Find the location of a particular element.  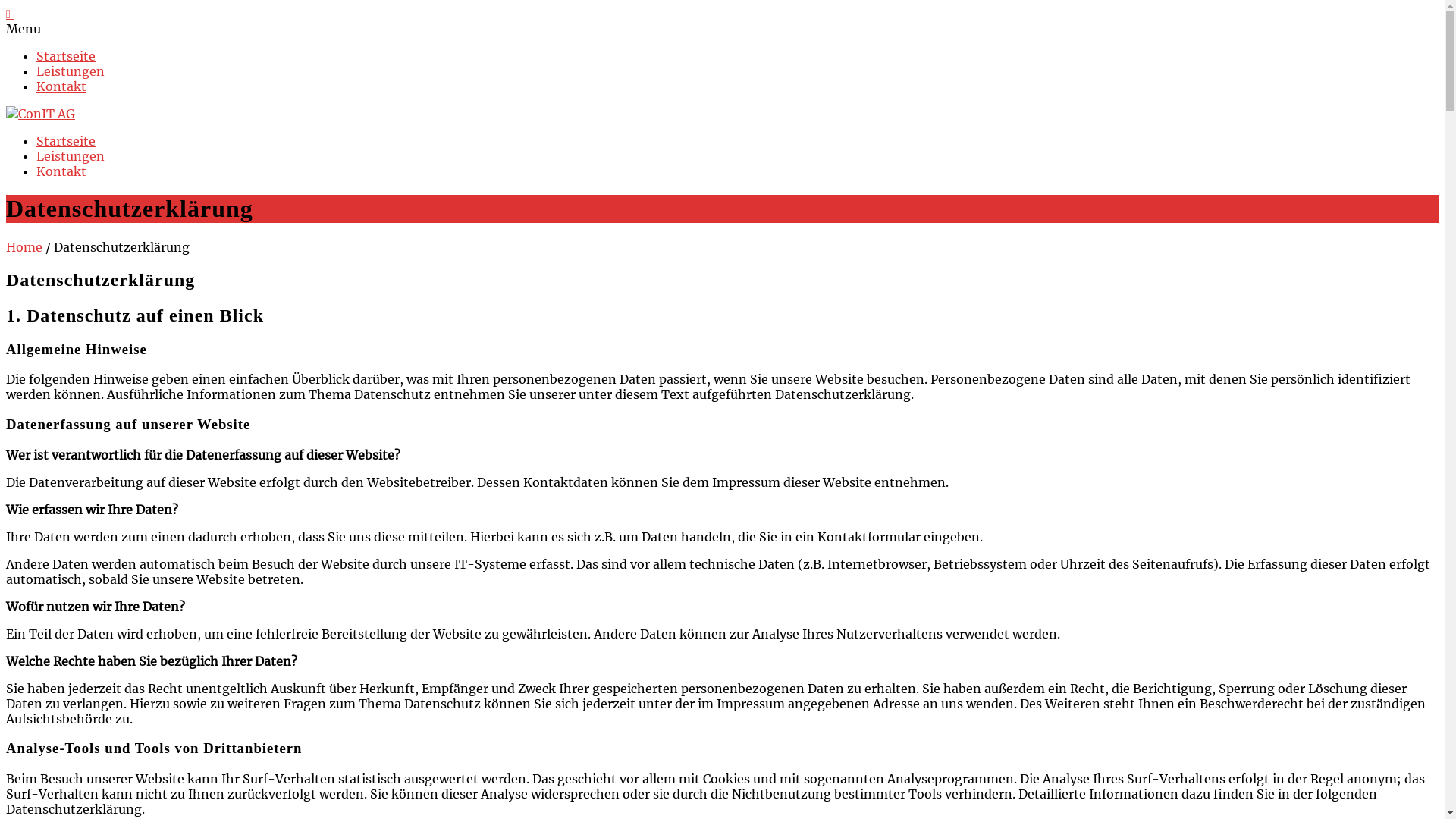

'Kontakt' is located at coordinates (61, 171).